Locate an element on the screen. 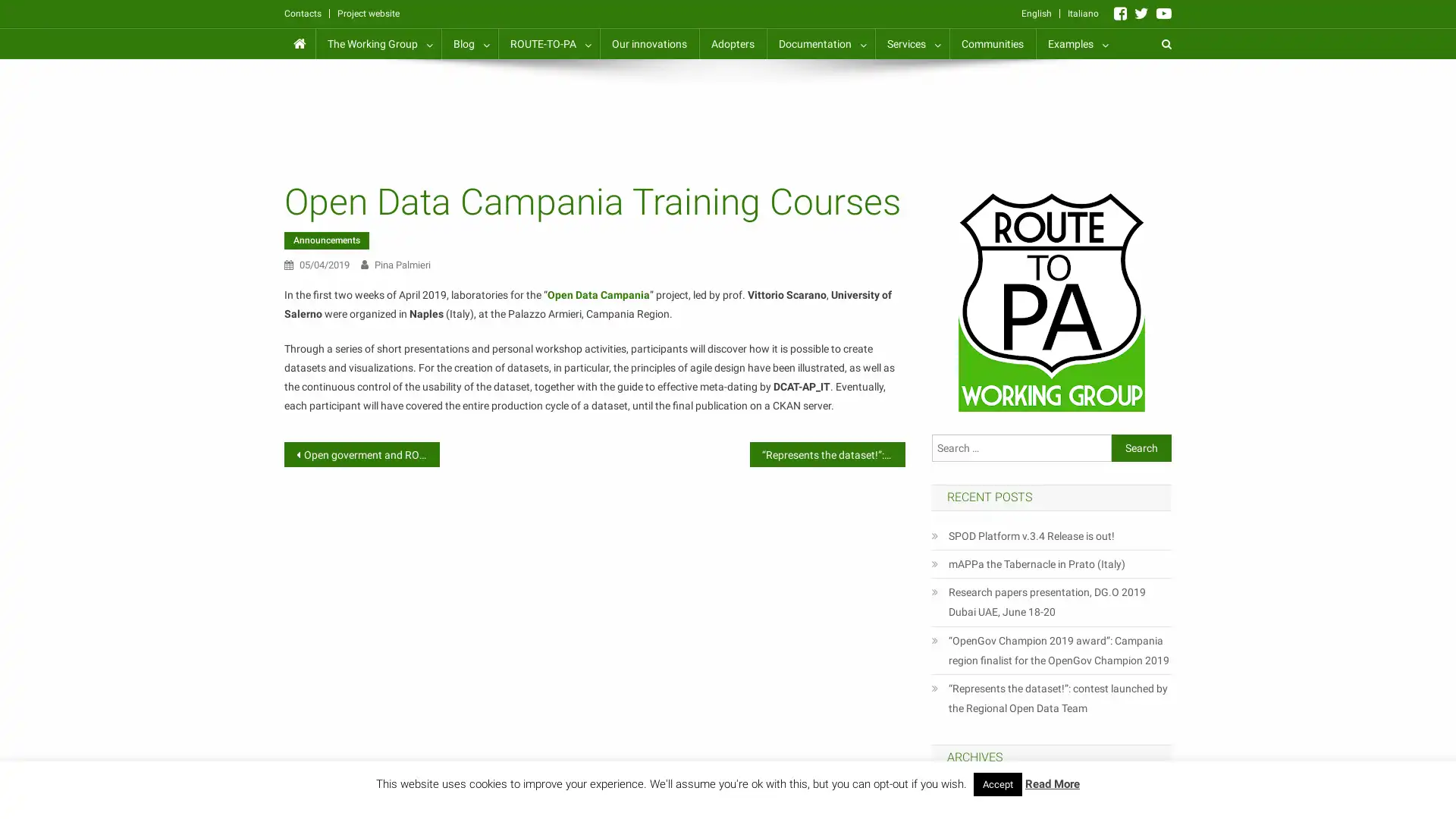  Search is located at coordinates (1141, 447).